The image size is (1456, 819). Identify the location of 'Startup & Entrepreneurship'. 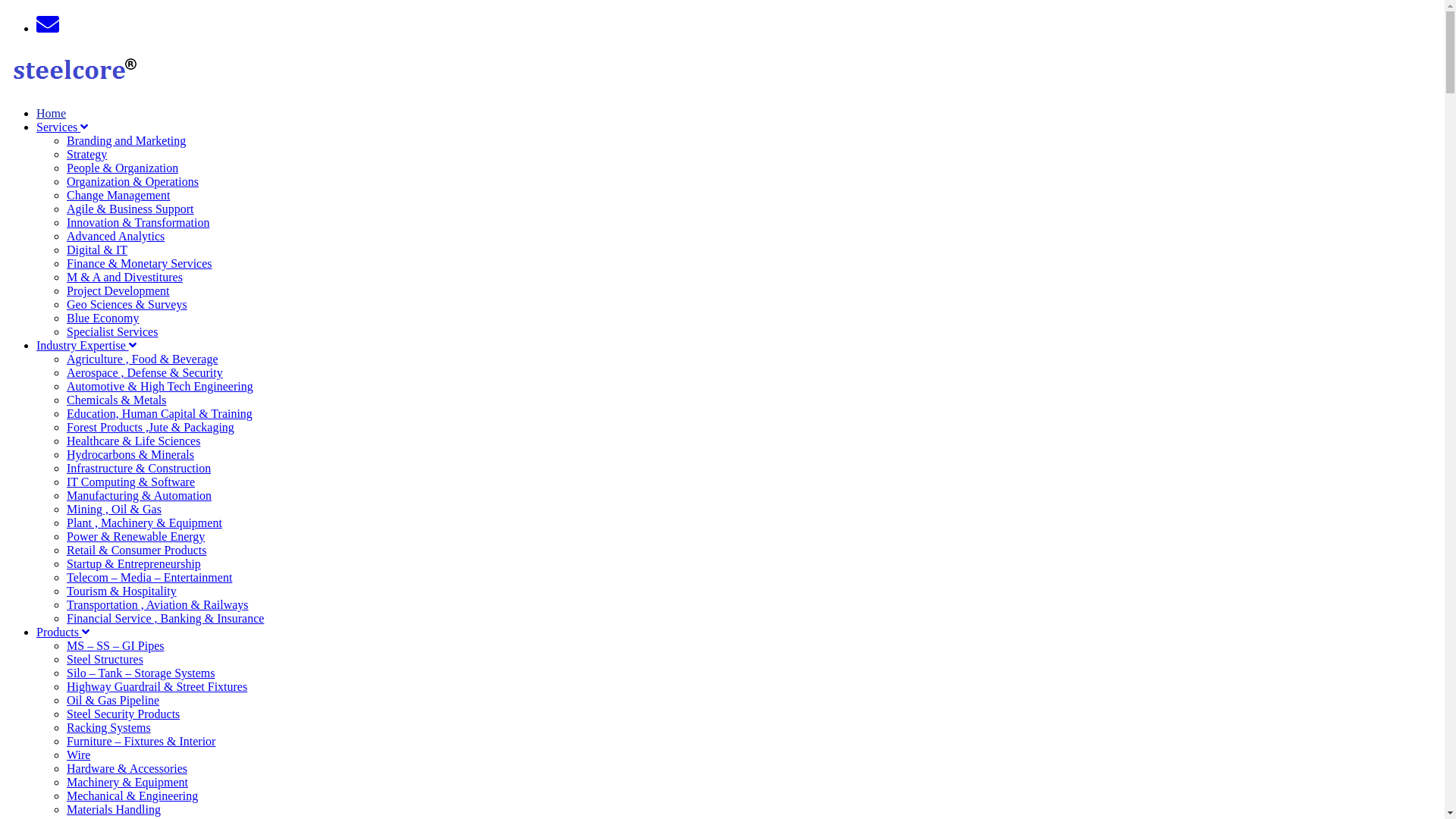
(65, 563).